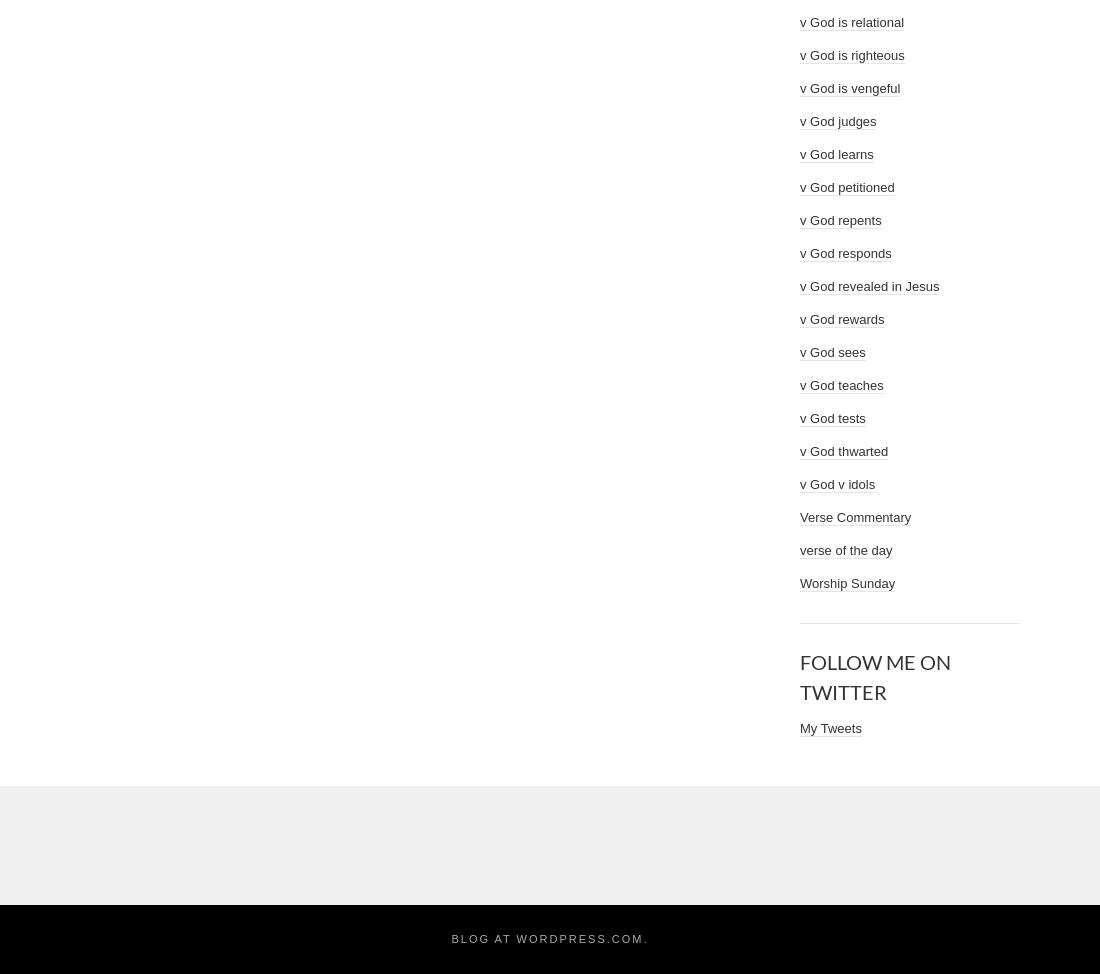 The image size is (1100, 974). What do you see at coordinates (800, 153) in the screenshot?
I see `'v God learns'` at bounding box center [800, 153].